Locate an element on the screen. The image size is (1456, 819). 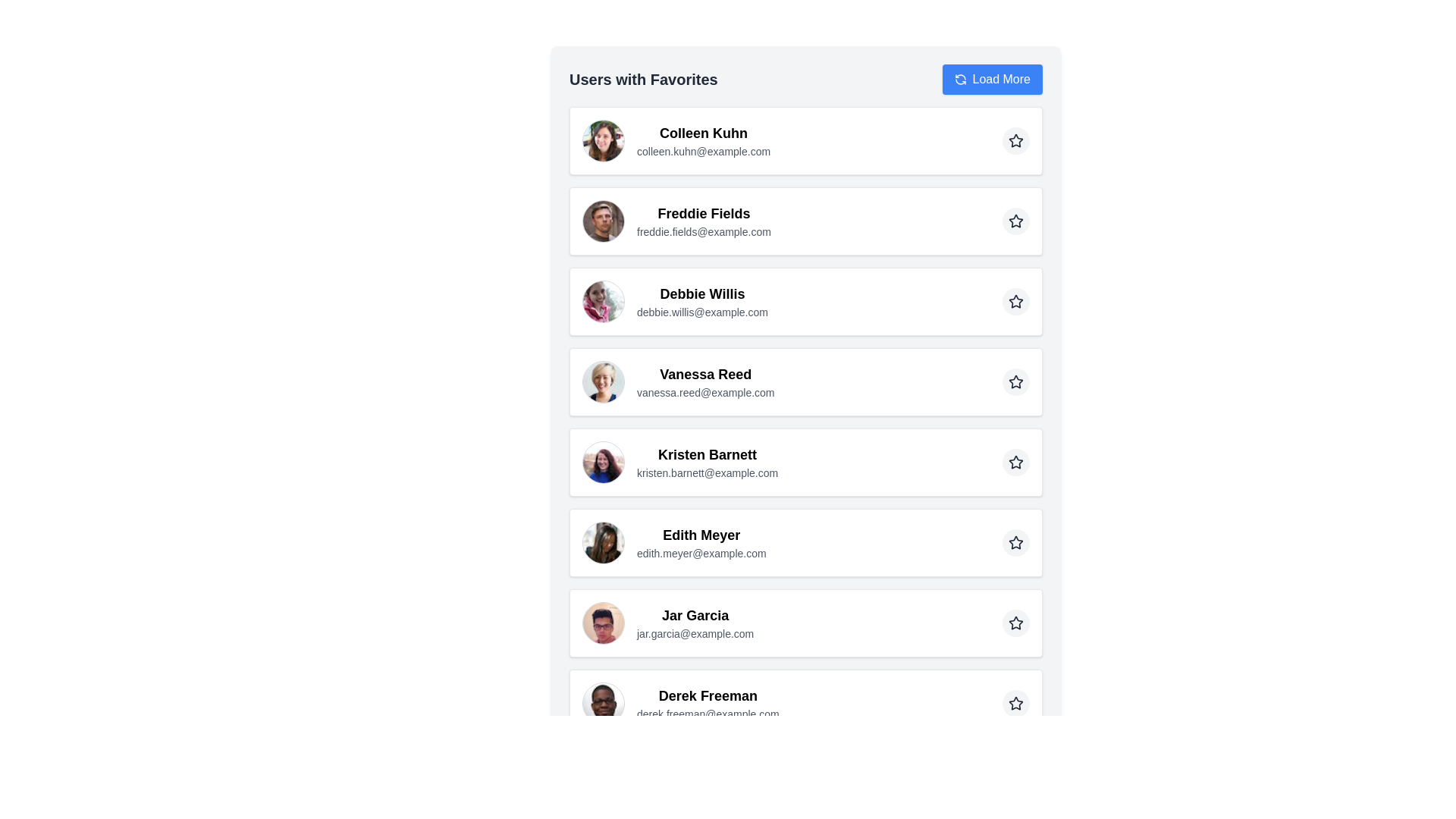
the star icon located to the right of the 'Jar Garcia' entry in the vertical user list is located at coordinates (1015, 623).